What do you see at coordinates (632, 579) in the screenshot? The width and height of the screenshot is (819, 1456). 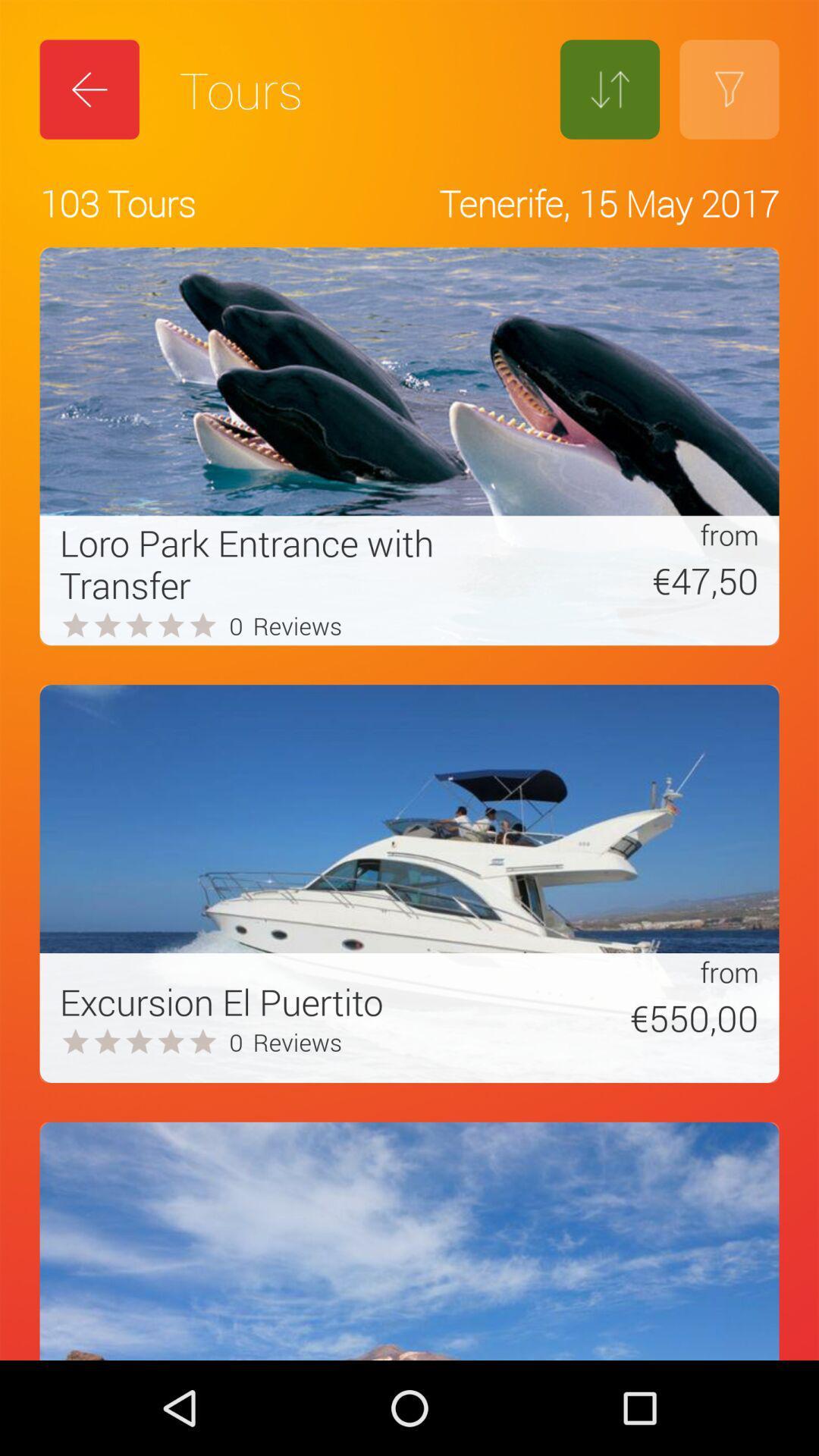 I see `the icon below the from item` at bounding box center [632, 579].